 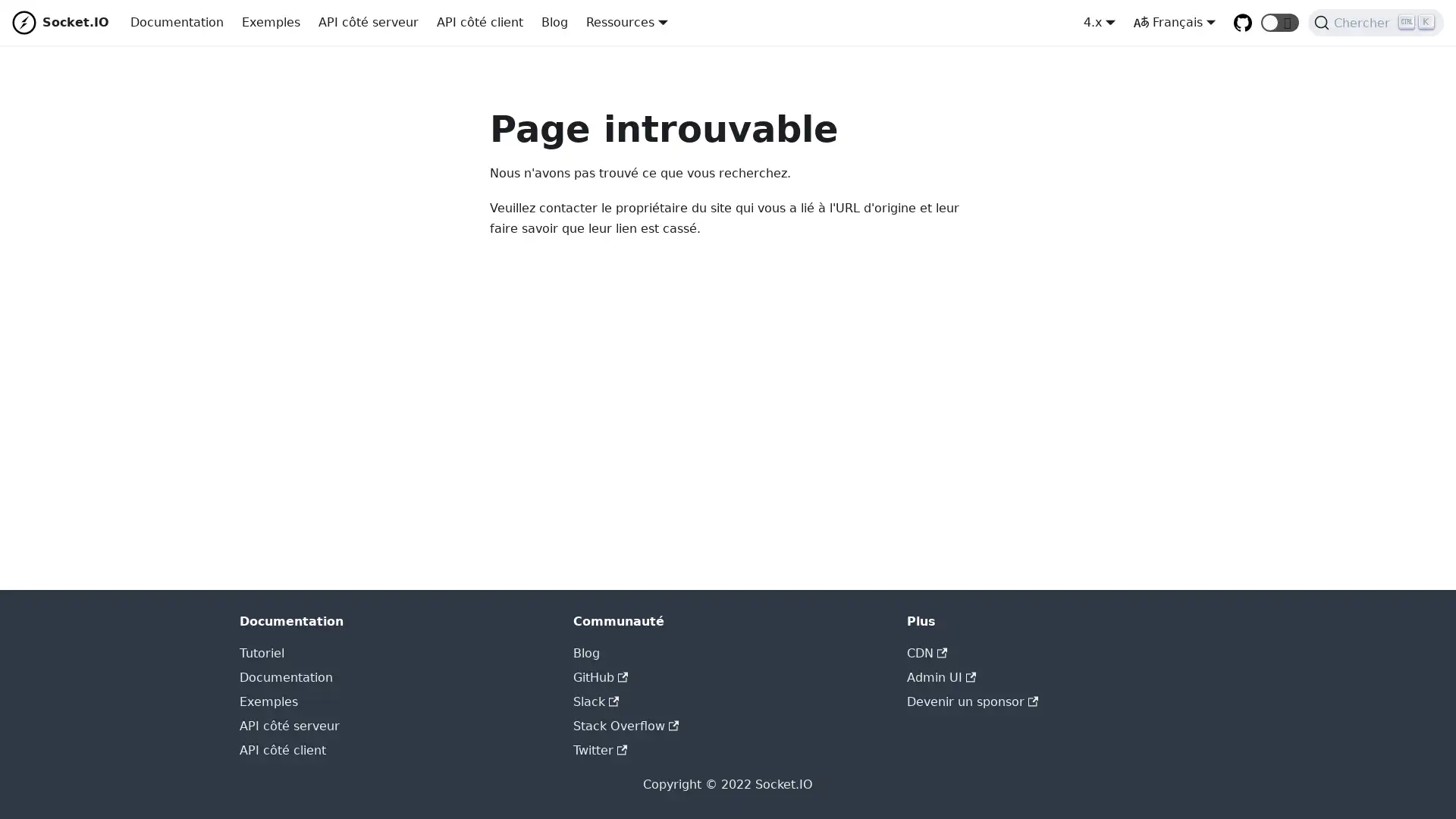 What do you see at coordinates (1376, 23) in the screenshot?
I see `Chercher` at bounding box center [1376, 23].